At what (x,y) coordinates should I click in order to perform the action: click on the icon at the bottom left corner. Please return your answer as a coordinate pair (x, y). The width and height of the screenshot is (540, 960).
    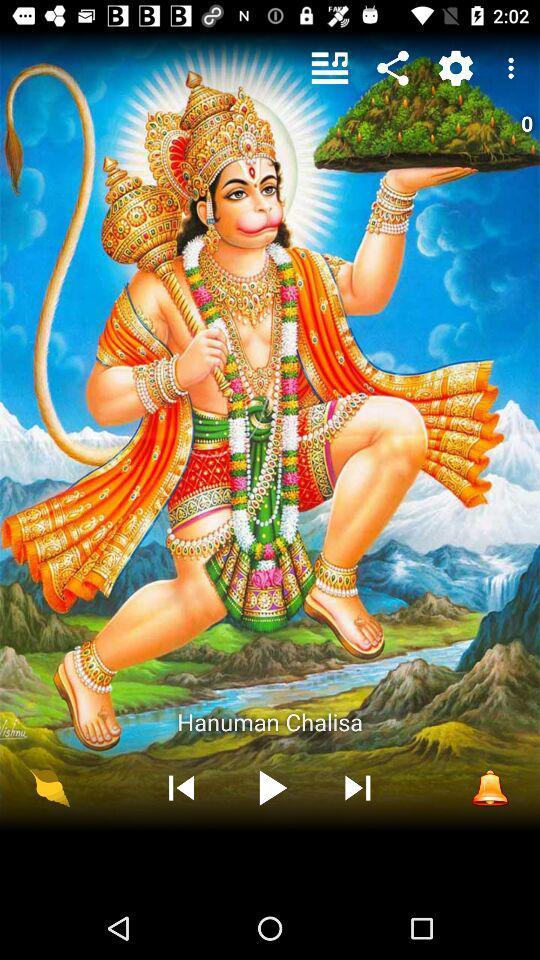
    Looking at the image, I should click on (49, 787).